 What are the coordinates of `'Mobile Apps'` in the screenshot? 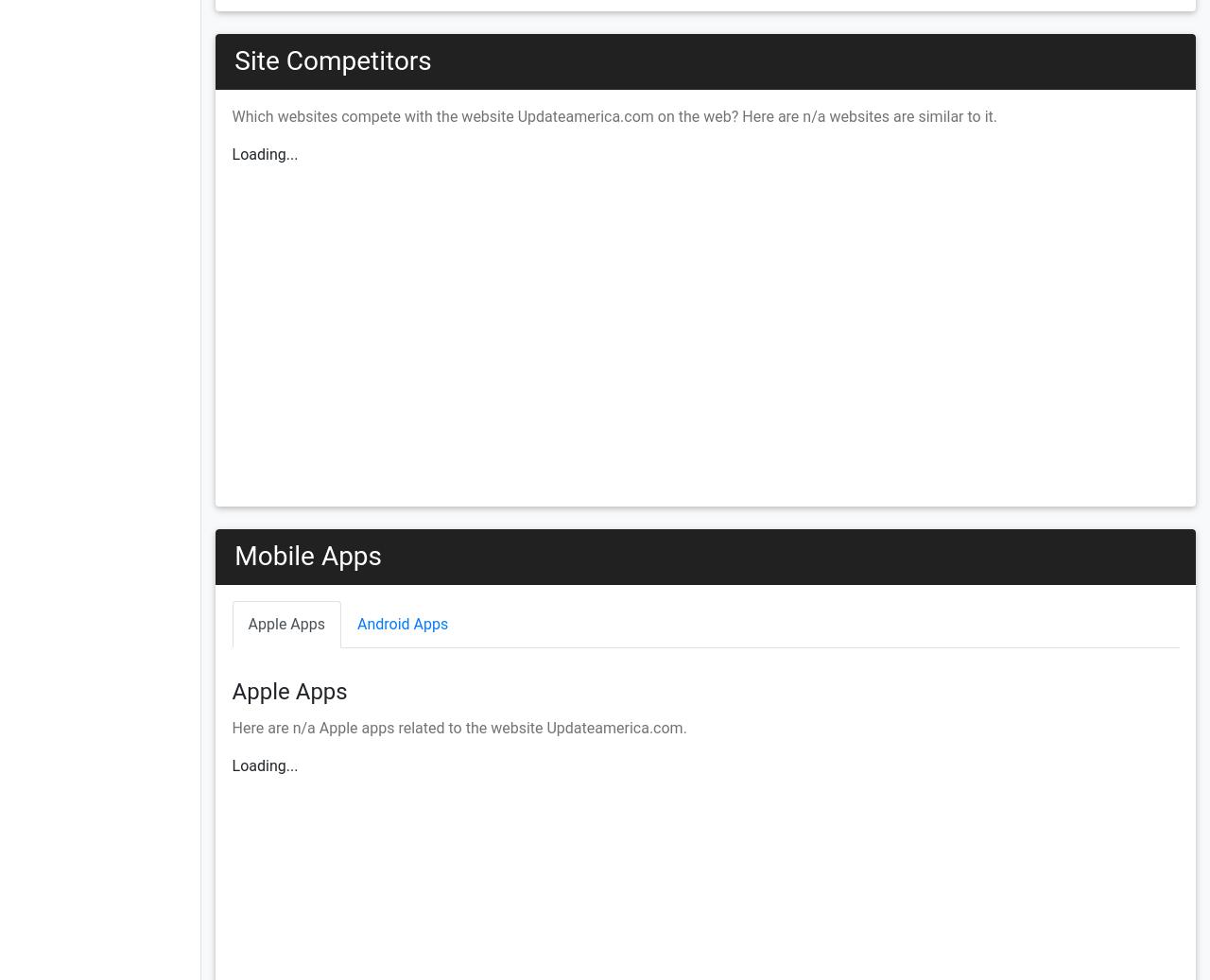 It's located at (308, 556).